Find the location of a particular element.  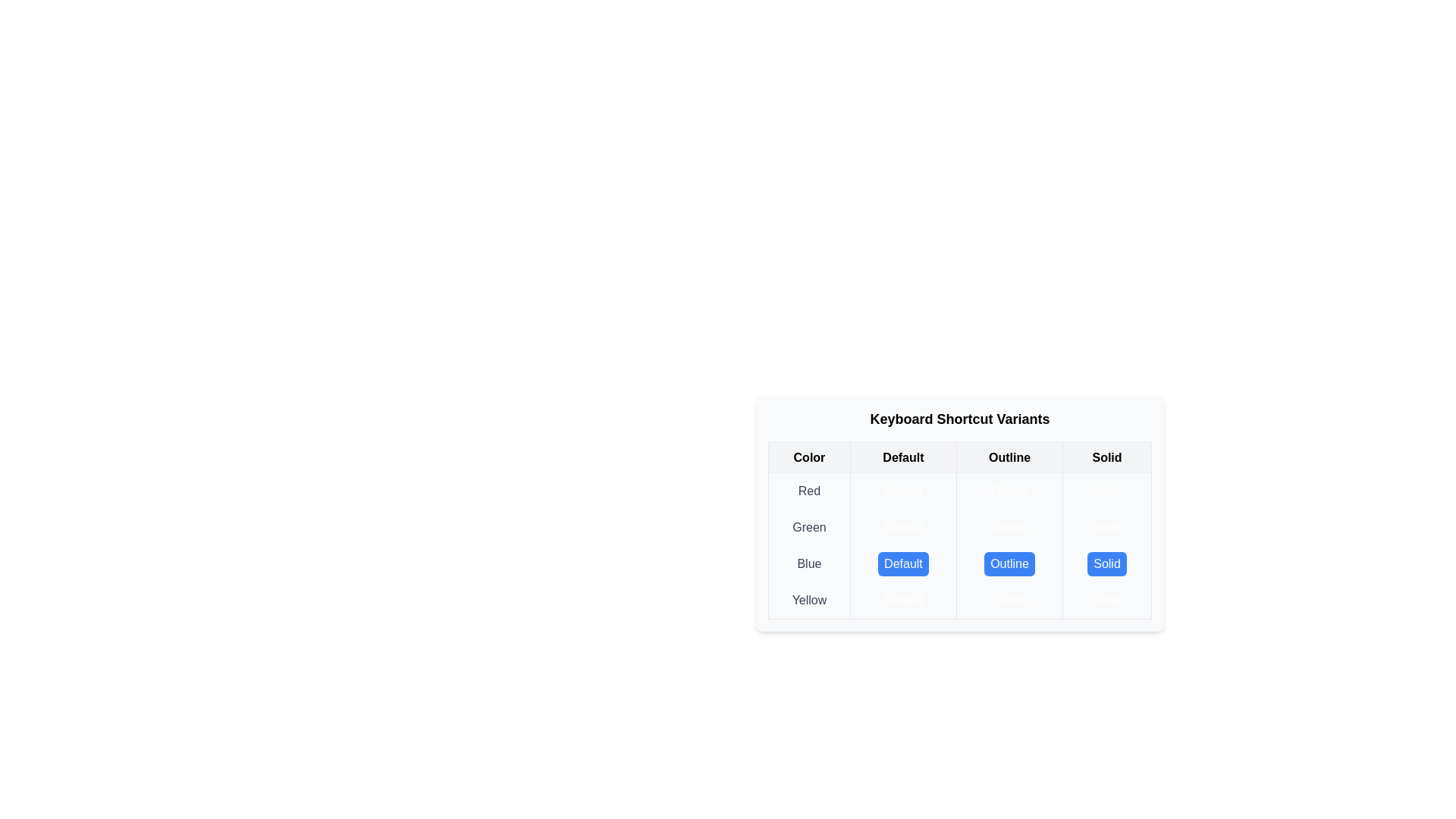

the 'Green' text label located in the second row of the 'Color' column within the table layout, which is positioned between 'Red' and 'Blue' is located at coordinates (808, 526).